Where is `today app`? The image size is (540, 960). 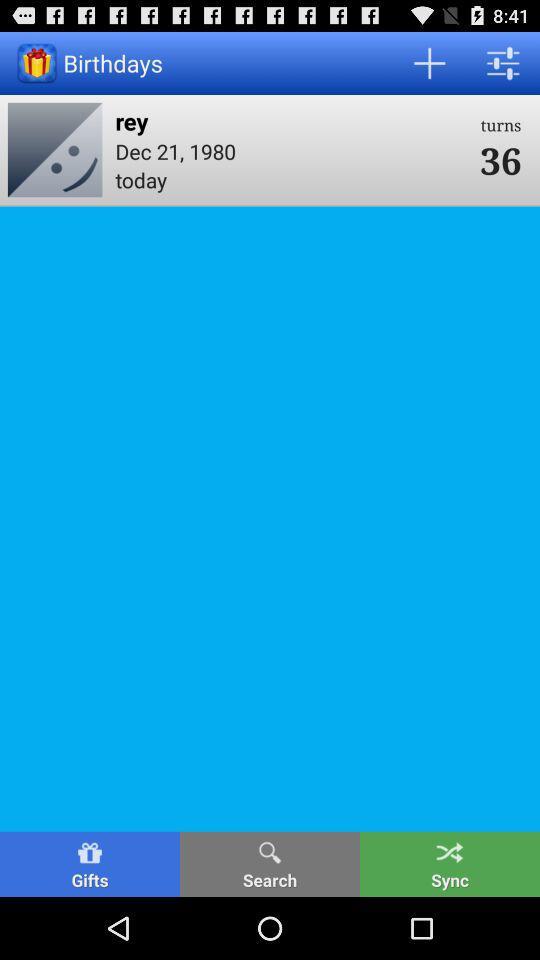 today app is located at coordinates (290, 178).